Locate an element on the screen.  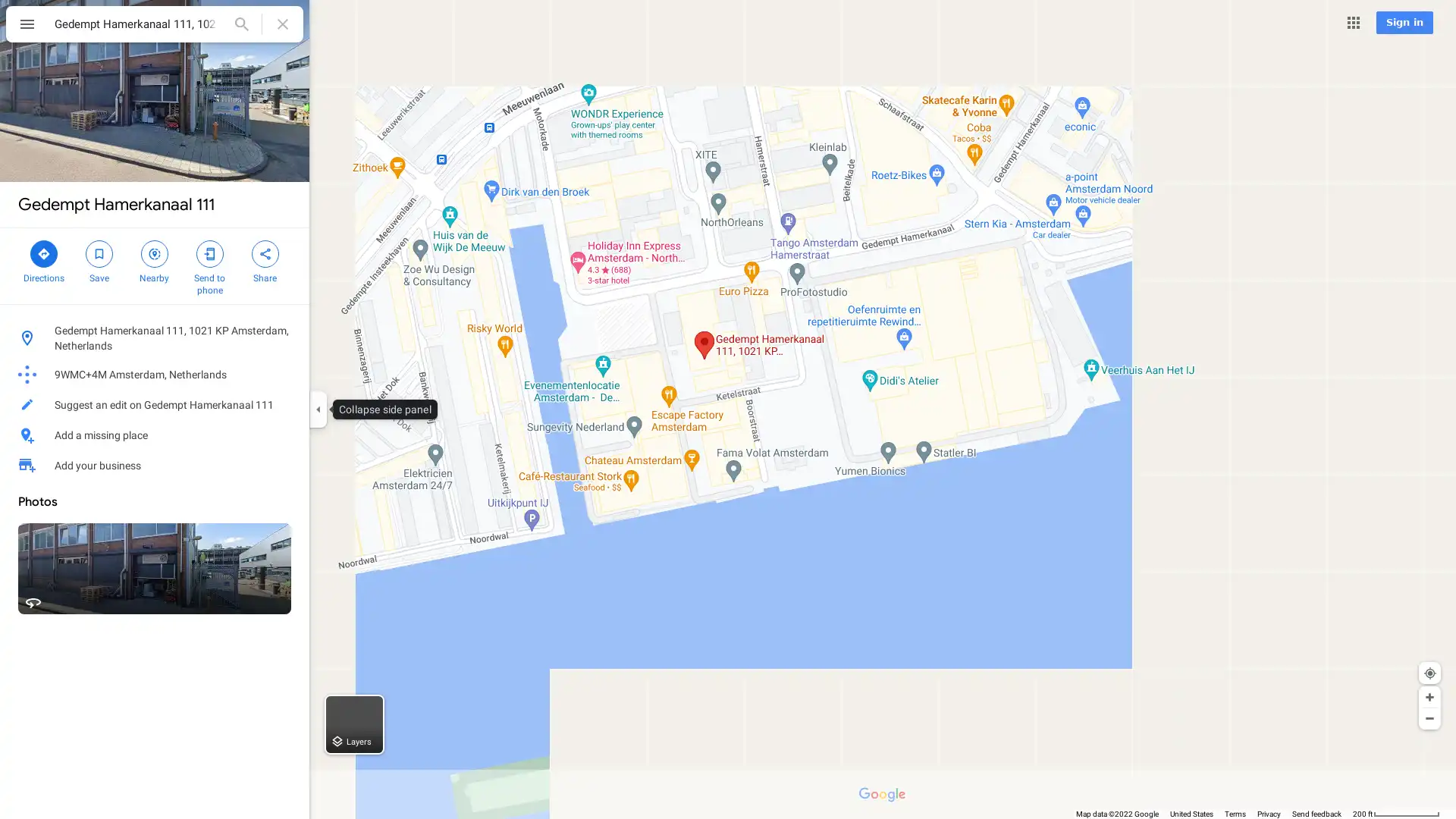
Show Your Location is located at coordinates (1429, 721).